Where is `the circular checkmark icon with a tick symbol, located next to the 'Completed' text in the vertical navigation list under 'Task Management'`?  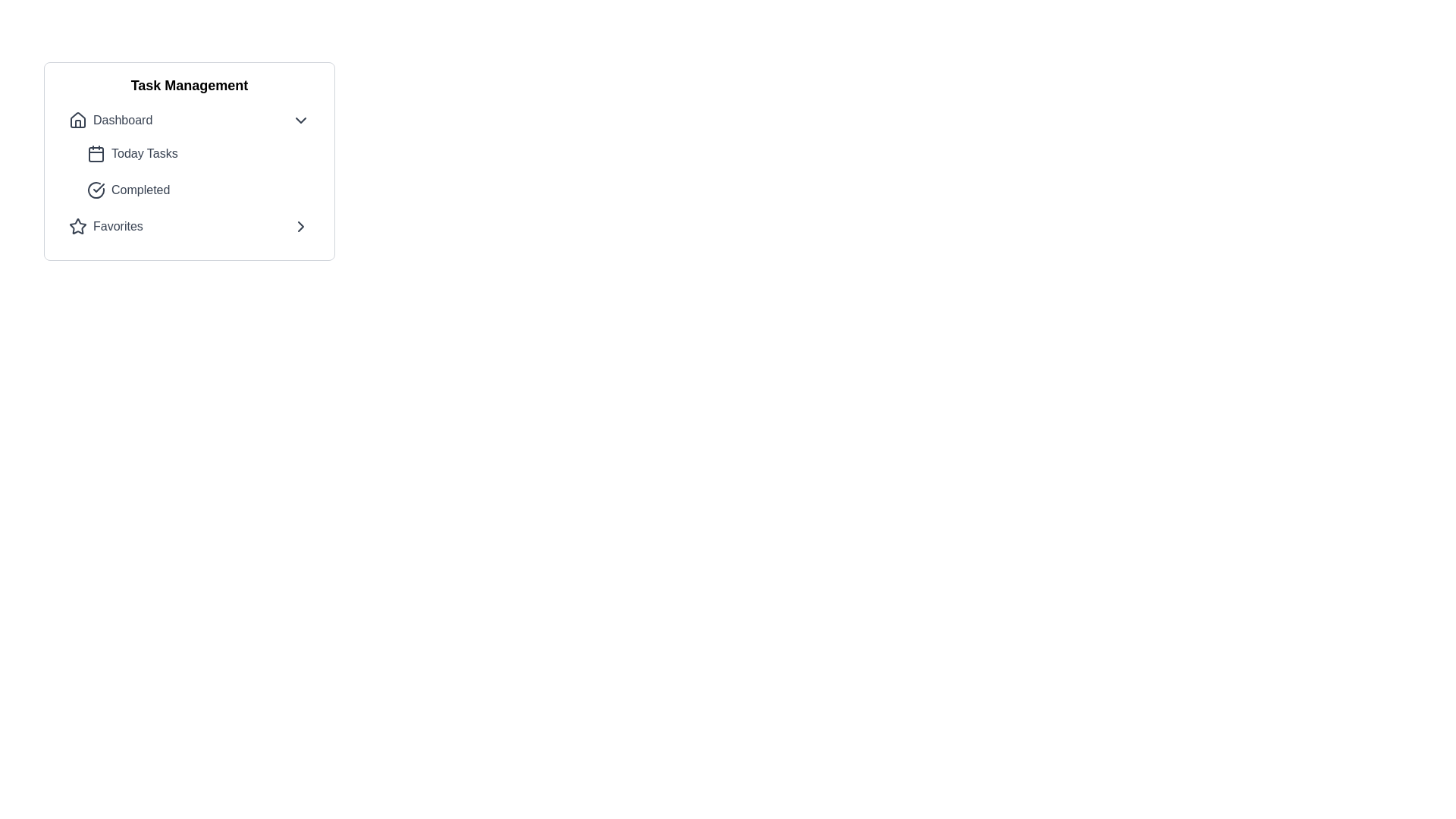 the circular checkmark icon with a tick symbol, located next to the 'Completed' text in the vertical navigation list under 'Task Management' is located at coordinates (95, 189).